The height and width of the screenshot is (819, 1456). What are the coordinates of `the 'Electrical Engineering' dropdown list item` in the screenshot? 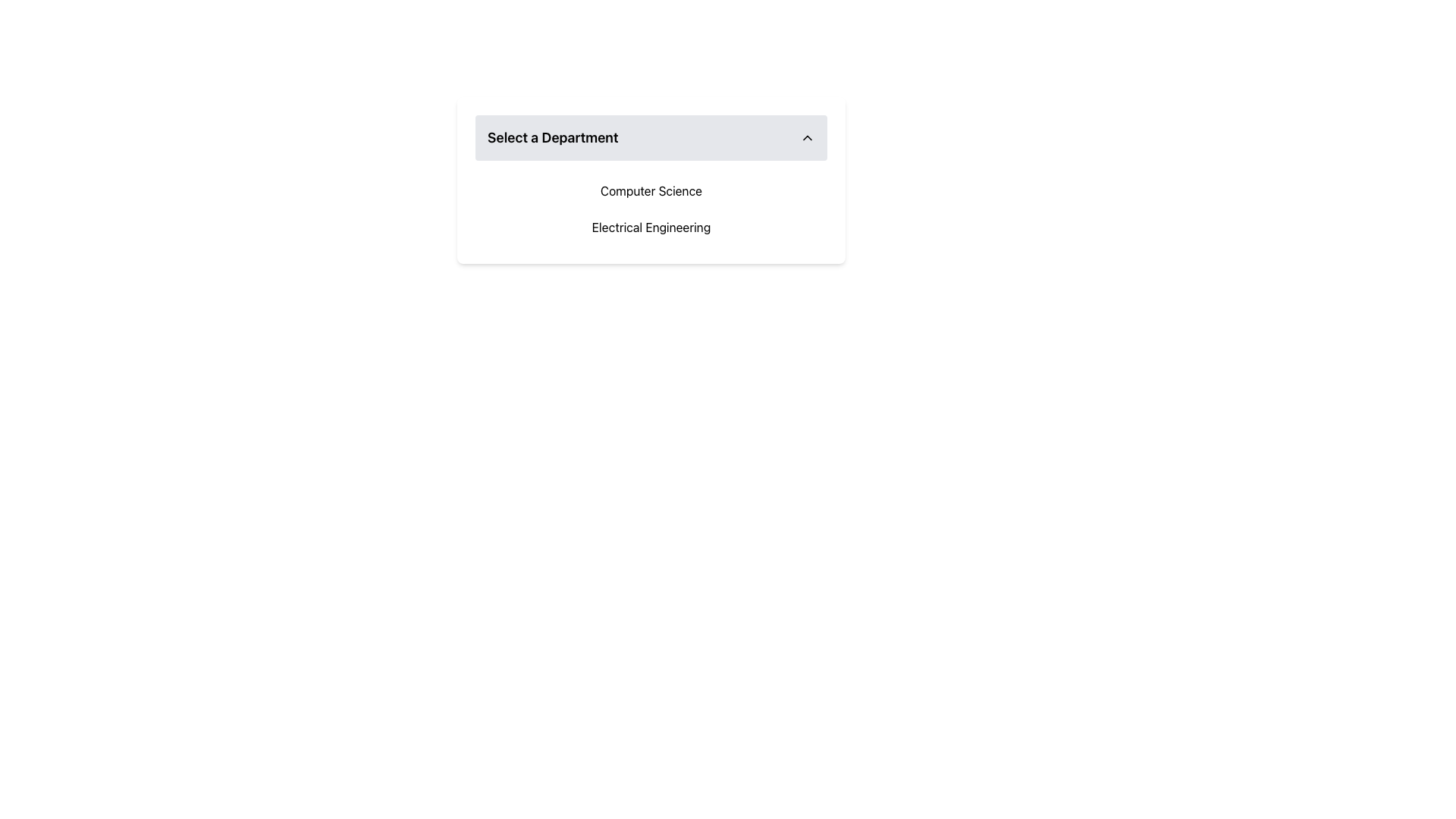 It's located at (651, 227).